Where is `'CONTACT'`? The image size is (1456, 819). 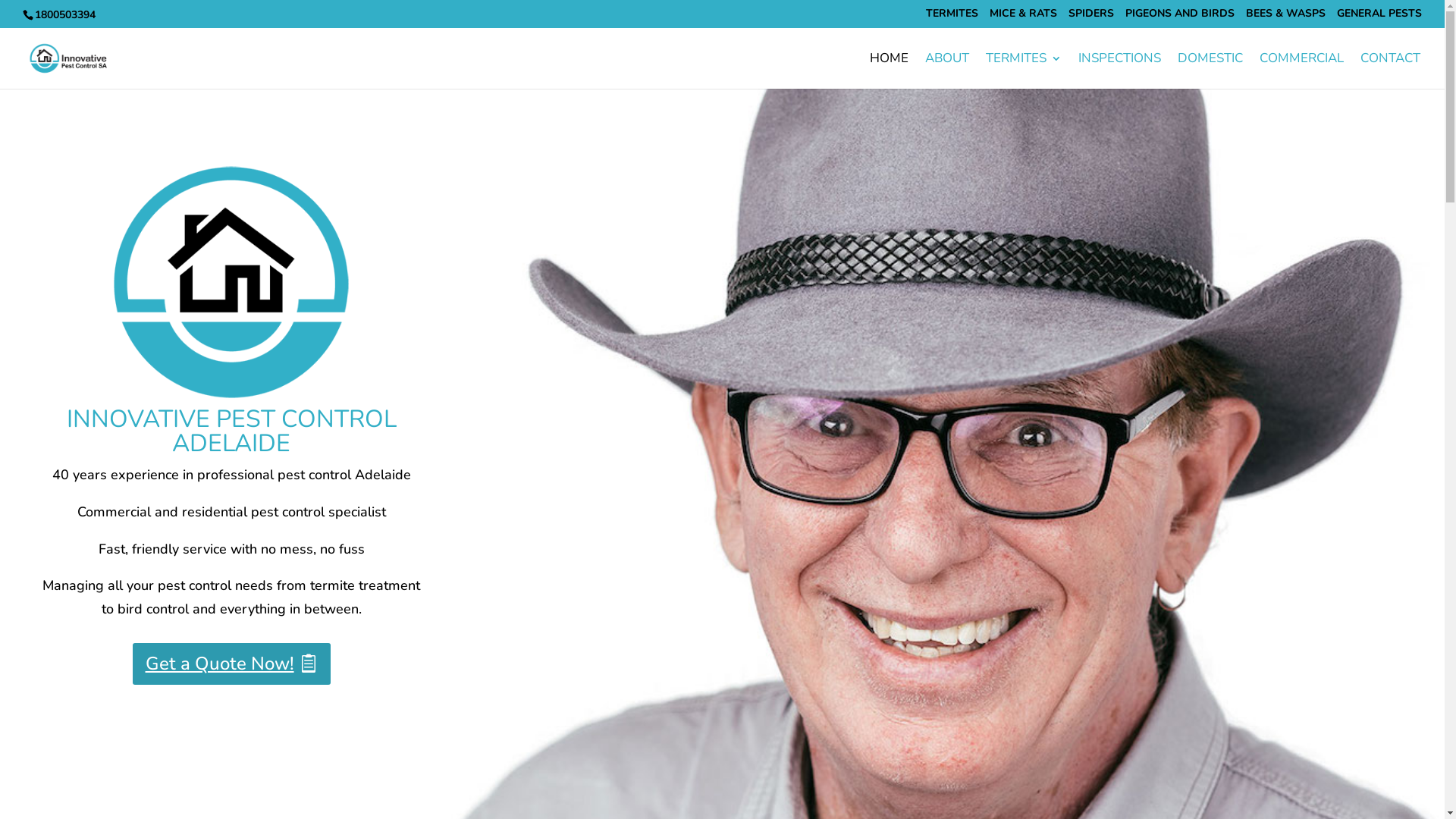
'CONTACT' is located at coordinates (1390, 71).